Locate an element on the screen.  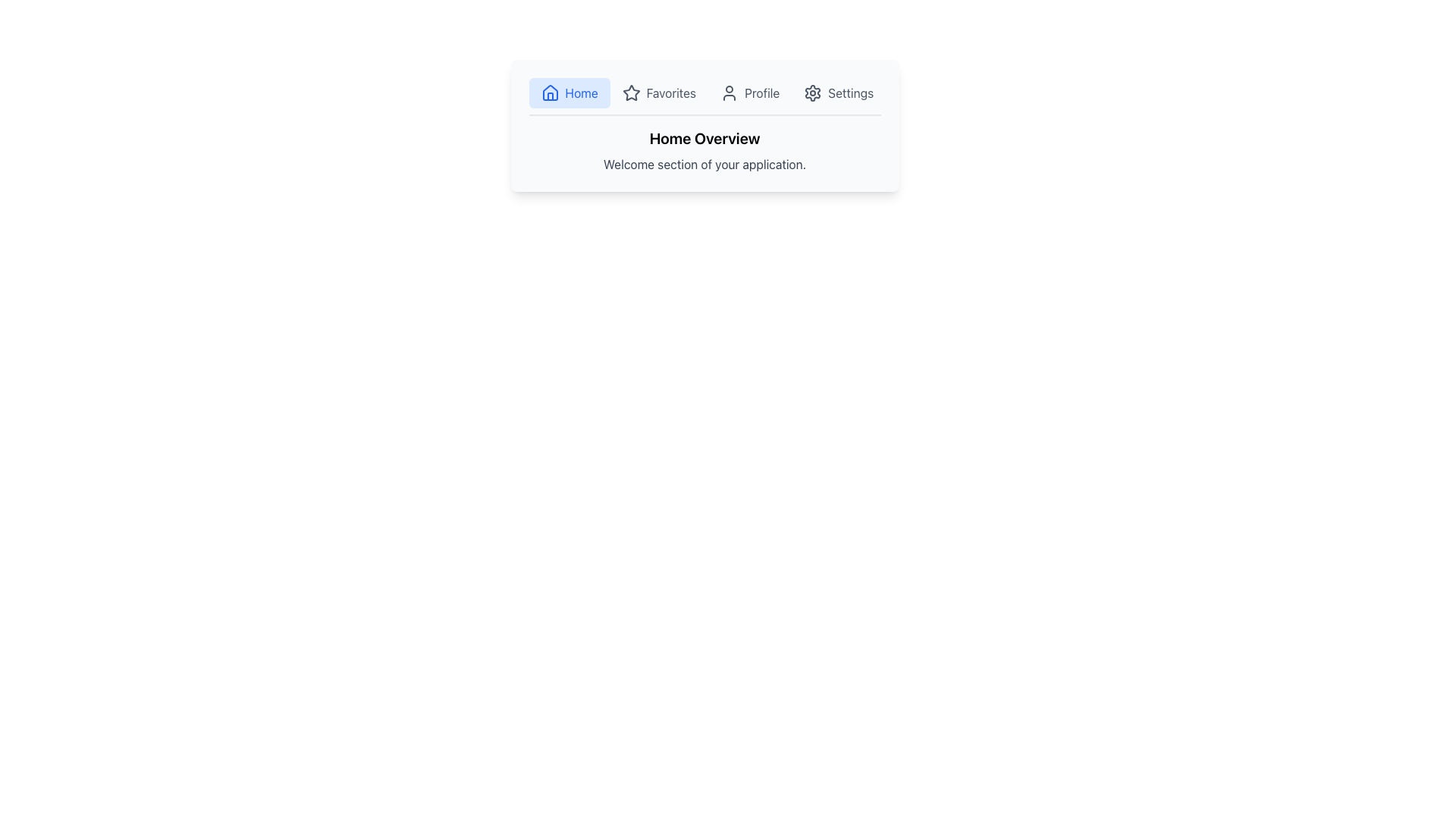
the star icon in the navigation menu, which is used to mark items as favorites or important, located between the home icon and the profile icon is located at coordinates (631, 93).